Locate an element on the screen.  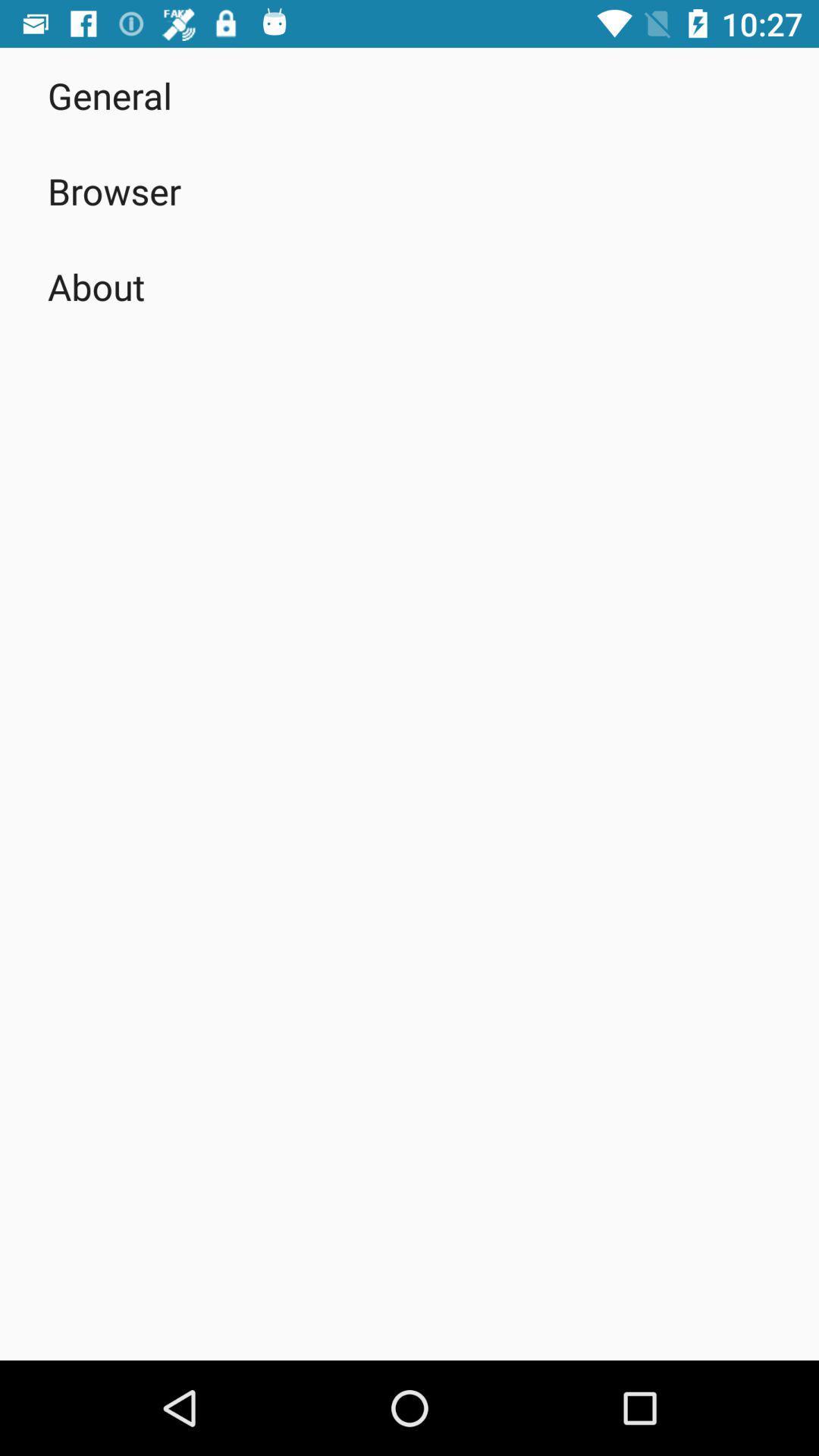
the item below general item is located at coordinates (114, 190).